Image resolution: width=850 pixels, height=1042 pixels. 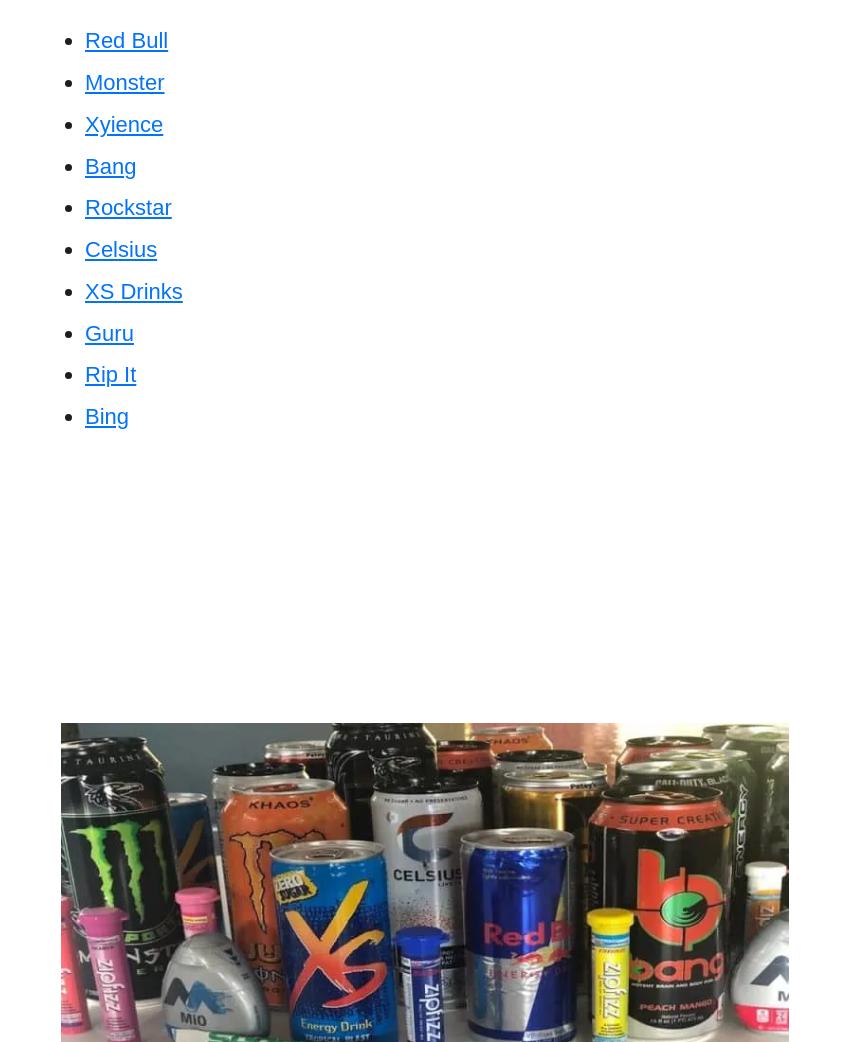 I want to click on 'Xyience', so click(x=85, y=123).